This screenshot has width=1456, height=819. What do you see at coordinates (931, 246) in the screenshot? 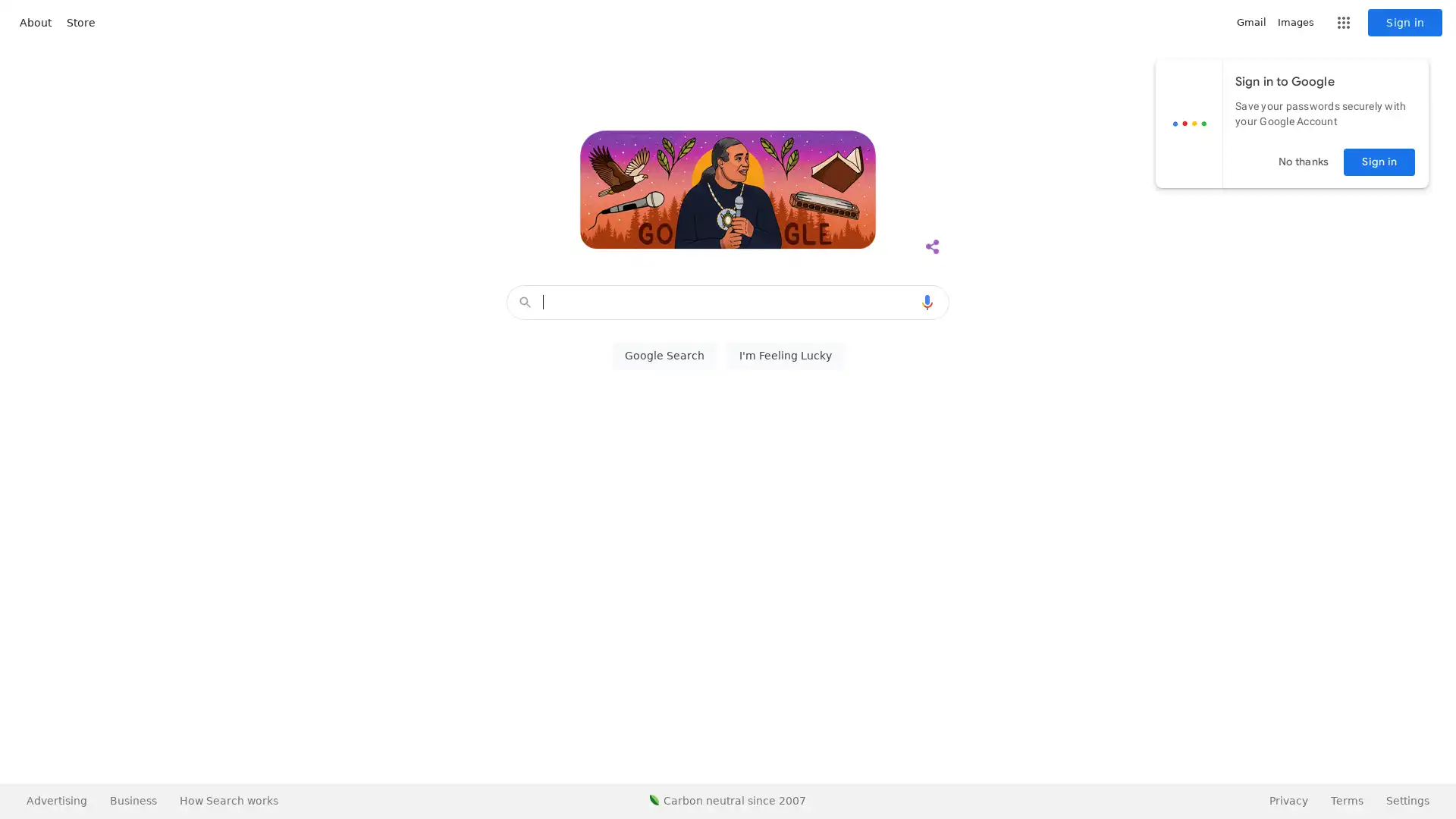
I see `Share` at bounding box center [931, 246].